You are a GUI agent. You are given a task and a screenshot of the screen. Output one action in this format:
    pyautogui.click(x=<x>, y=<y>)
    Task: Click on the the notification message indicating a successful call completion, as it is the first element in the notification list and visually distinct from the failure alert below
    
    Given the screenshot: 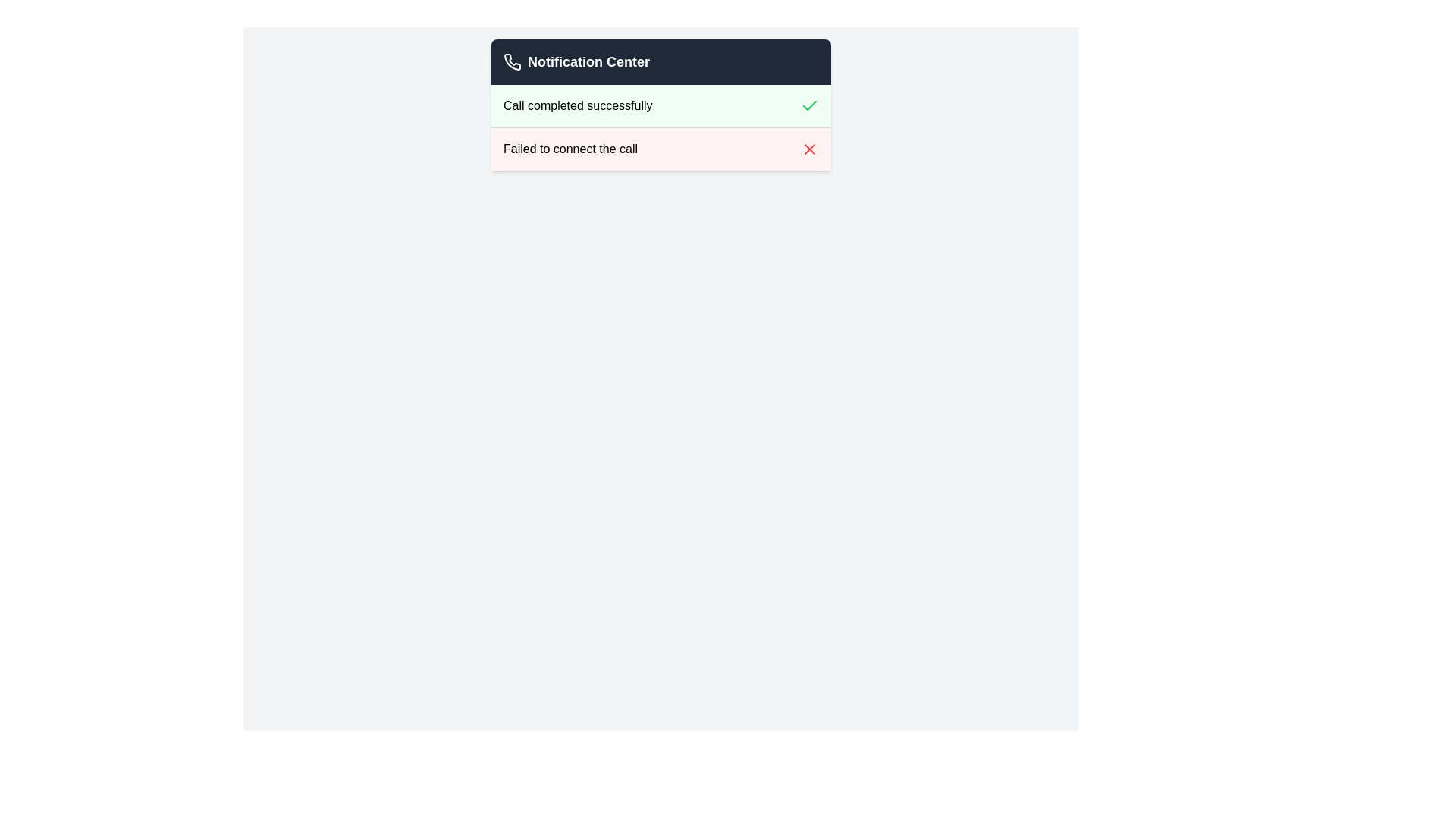 What is the action you would take?
    pyautogui.click(x=661, y=105)
    